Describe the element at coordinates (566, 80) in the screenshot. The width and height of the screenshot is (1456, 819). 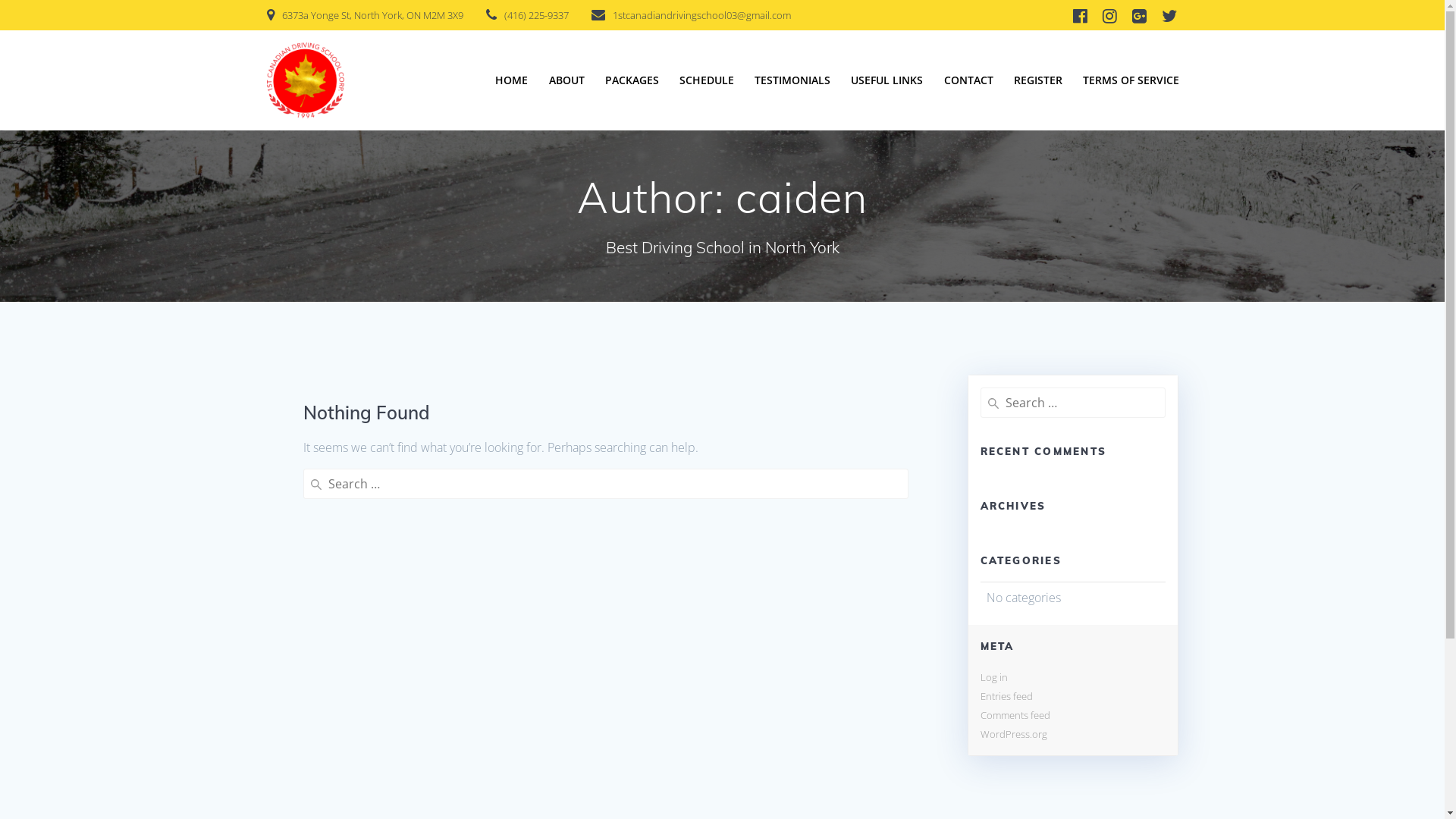
I see `'ABOUT'` at that location.